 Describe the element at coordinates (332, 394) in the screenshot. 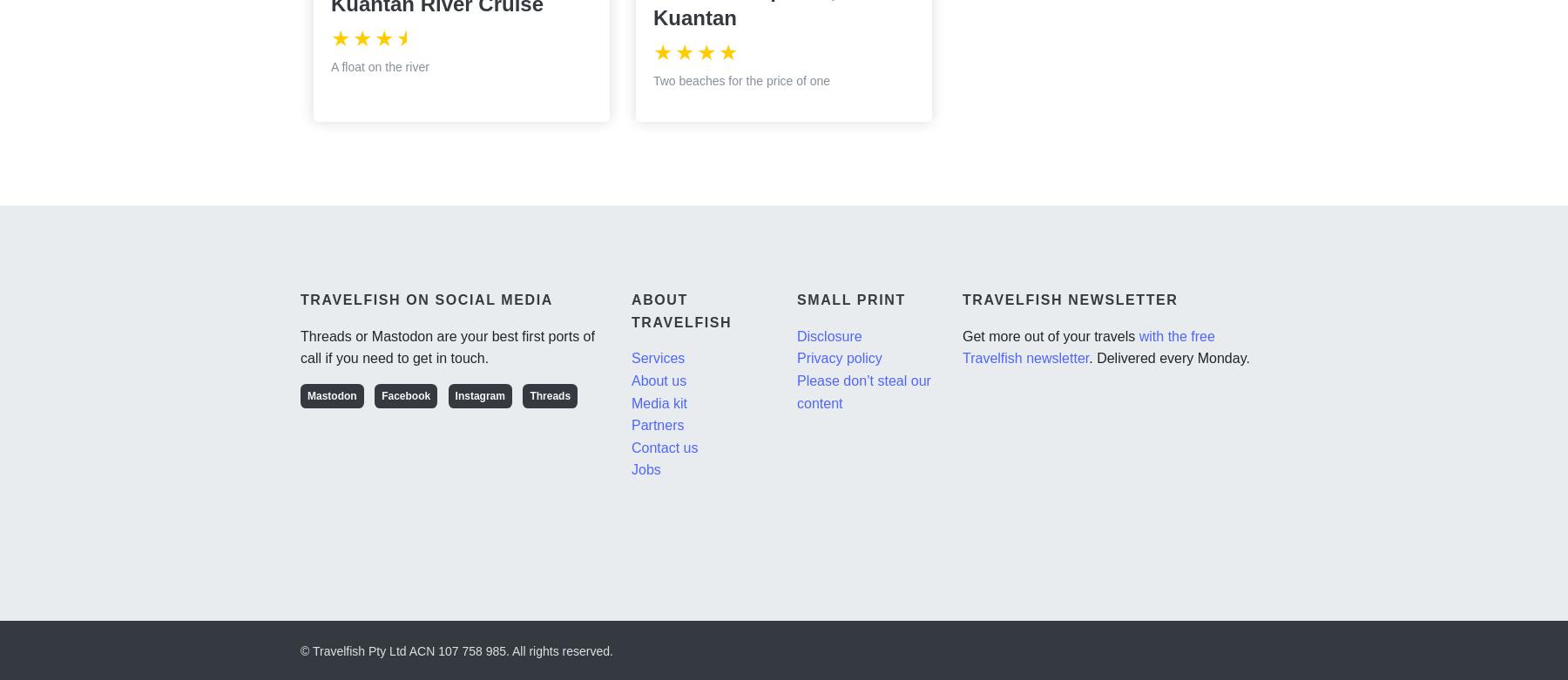

I see `'Mastodon'` at that location.